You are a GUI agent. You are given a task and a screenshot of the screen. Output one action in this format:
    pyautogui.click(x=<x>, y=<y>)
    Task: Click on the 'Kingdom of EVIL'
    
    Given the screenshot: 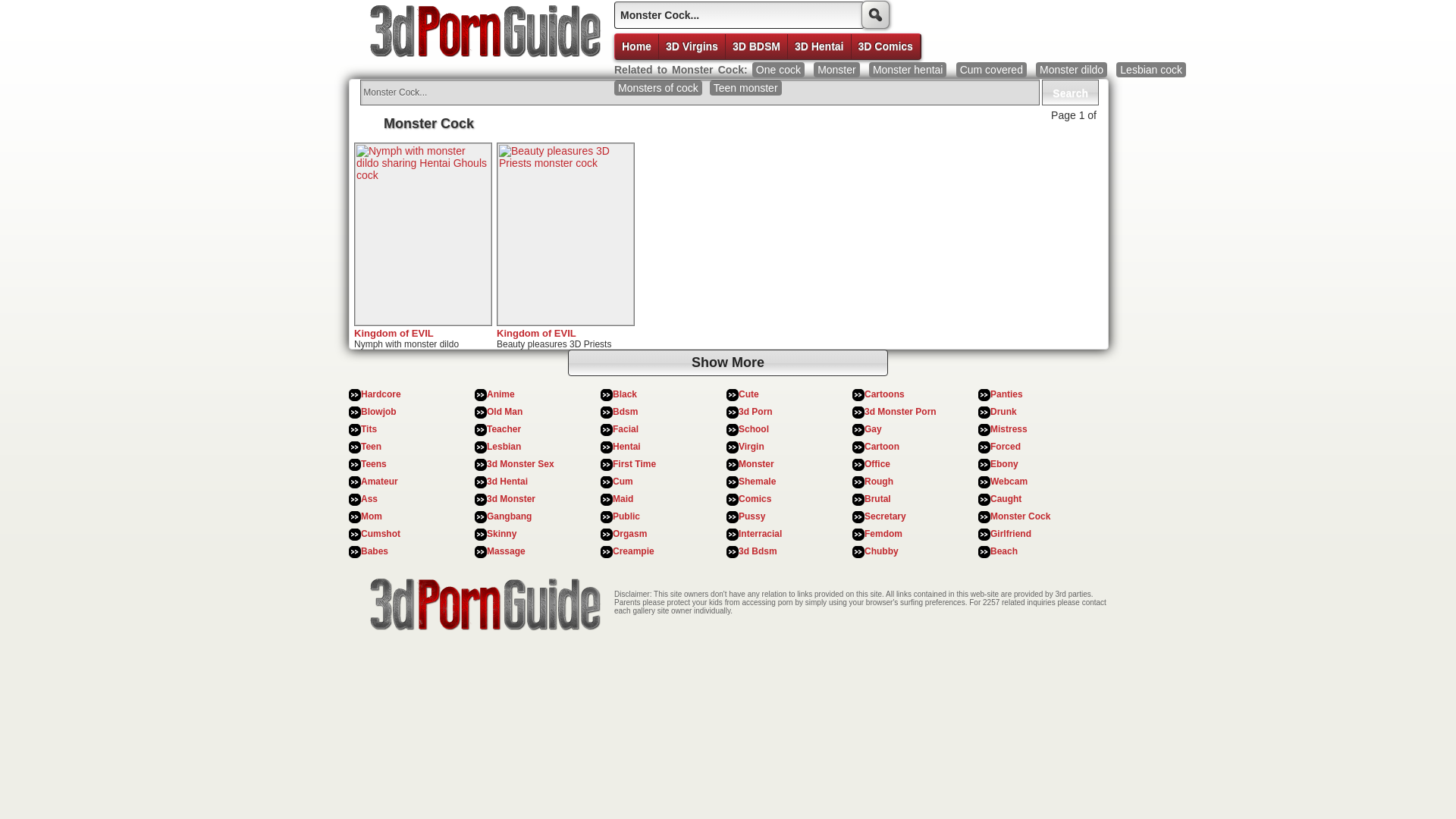 What is the action you would take?
    pyautogui.click(x=536, y=332)
    